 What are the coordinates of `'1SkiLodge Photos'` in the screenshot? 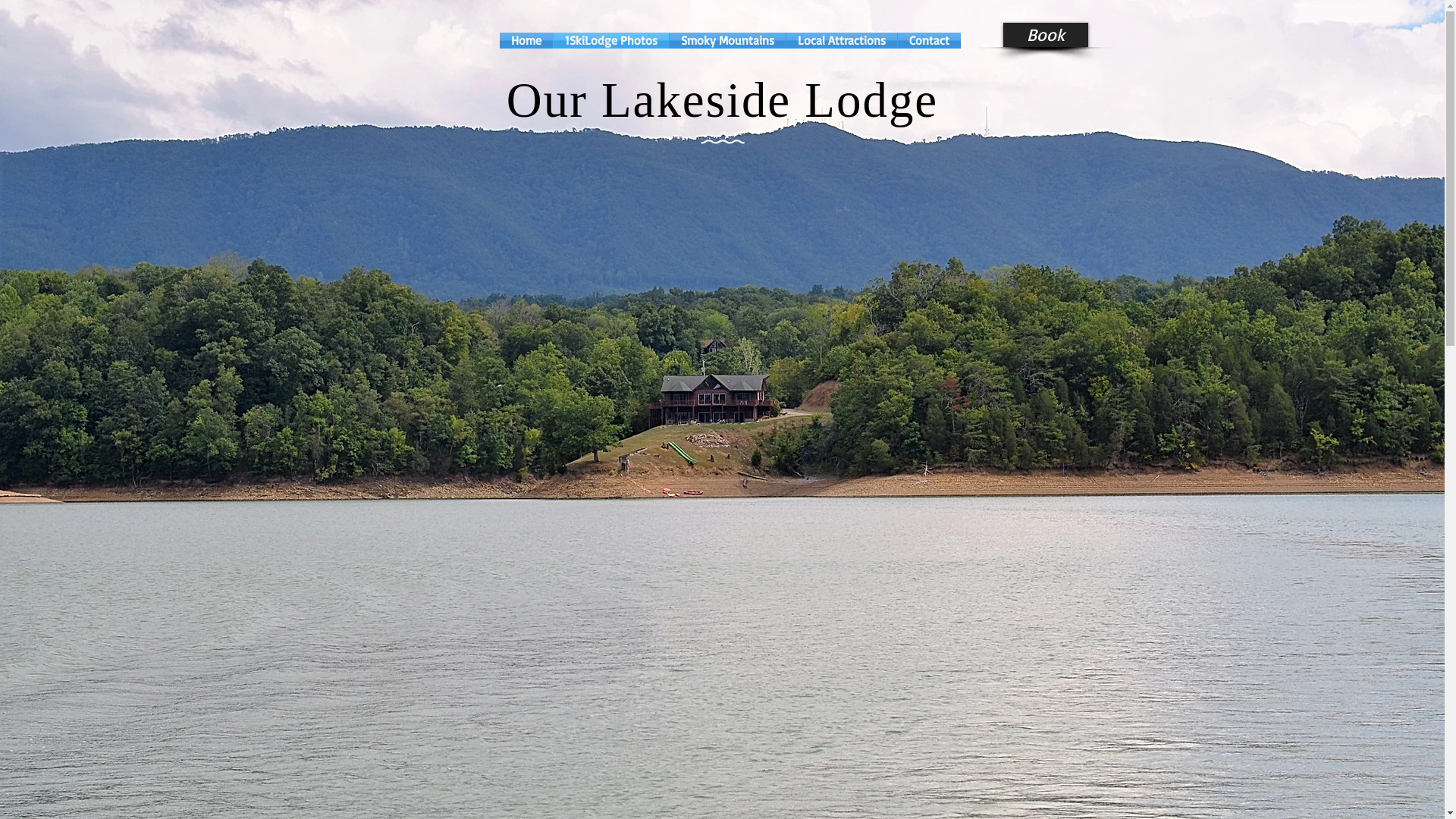 It's located at (611, 39).